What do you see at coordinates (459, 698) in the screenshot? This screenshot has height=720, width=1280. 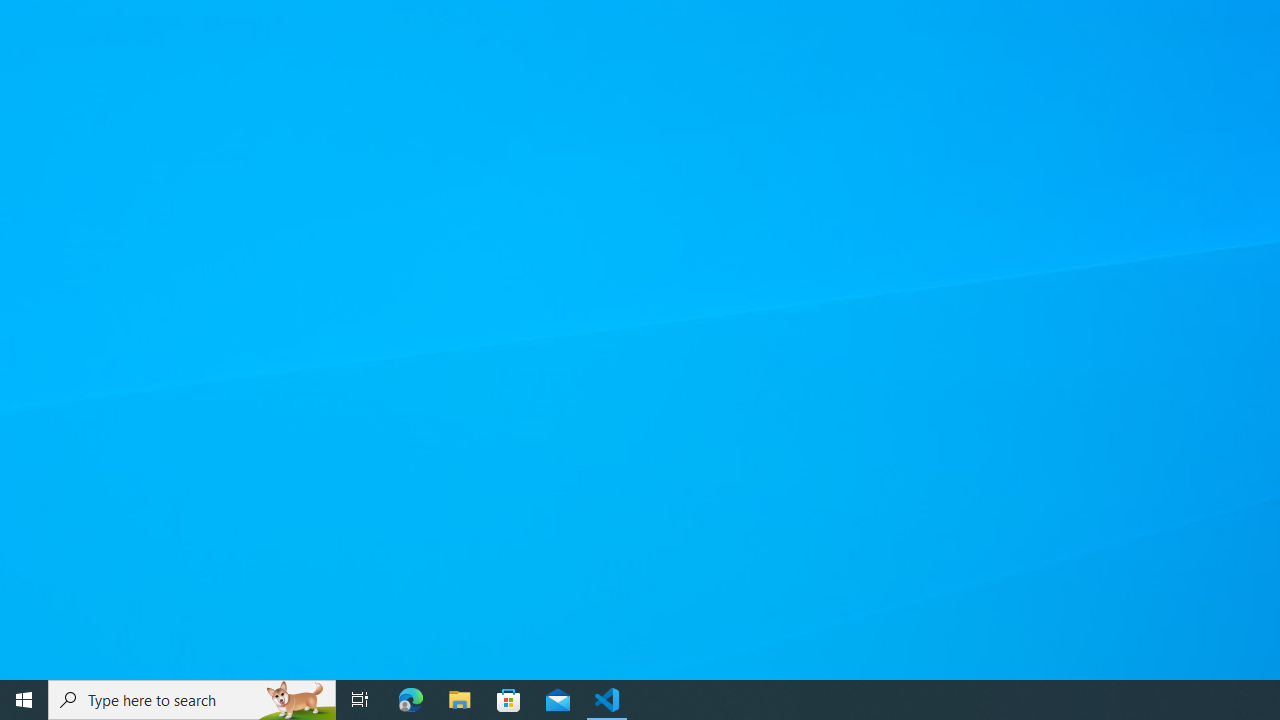 I see `'File Explorer'` at bounding box center [459, 698].